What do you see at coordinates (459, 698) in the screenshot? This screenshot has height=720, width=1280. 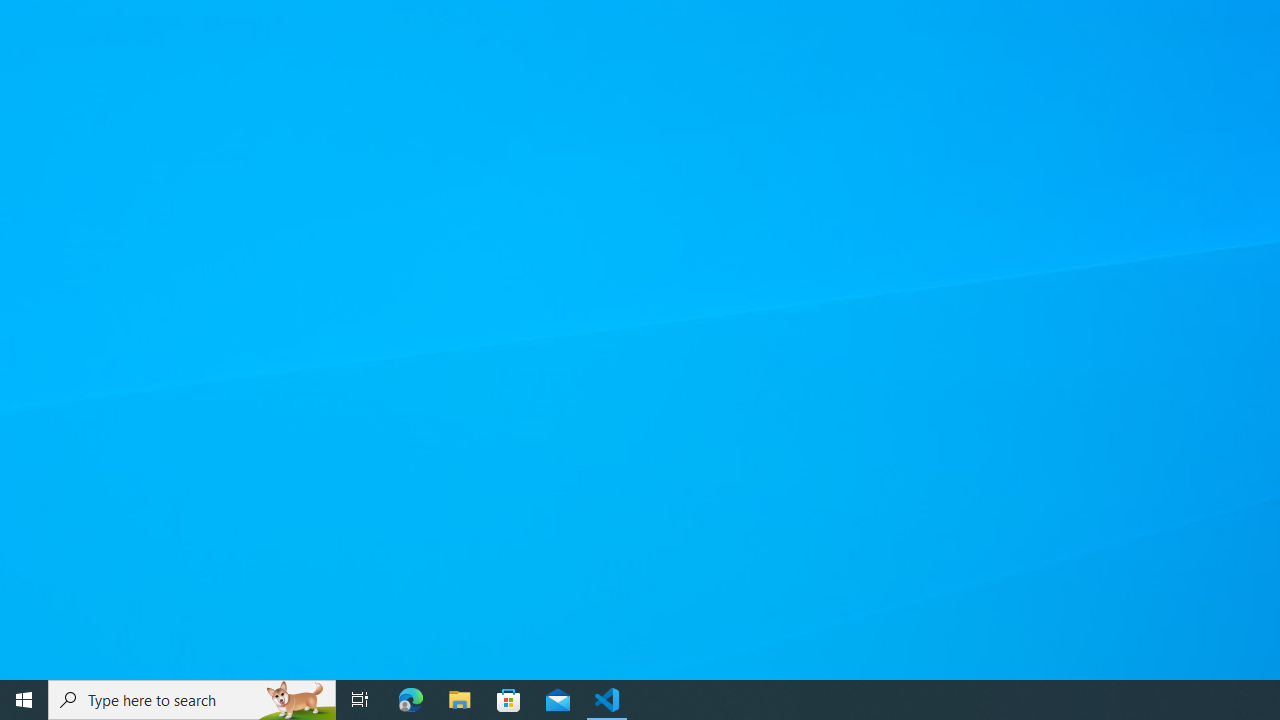 I see `'File Explorer'` at bounding box center [459, 698].